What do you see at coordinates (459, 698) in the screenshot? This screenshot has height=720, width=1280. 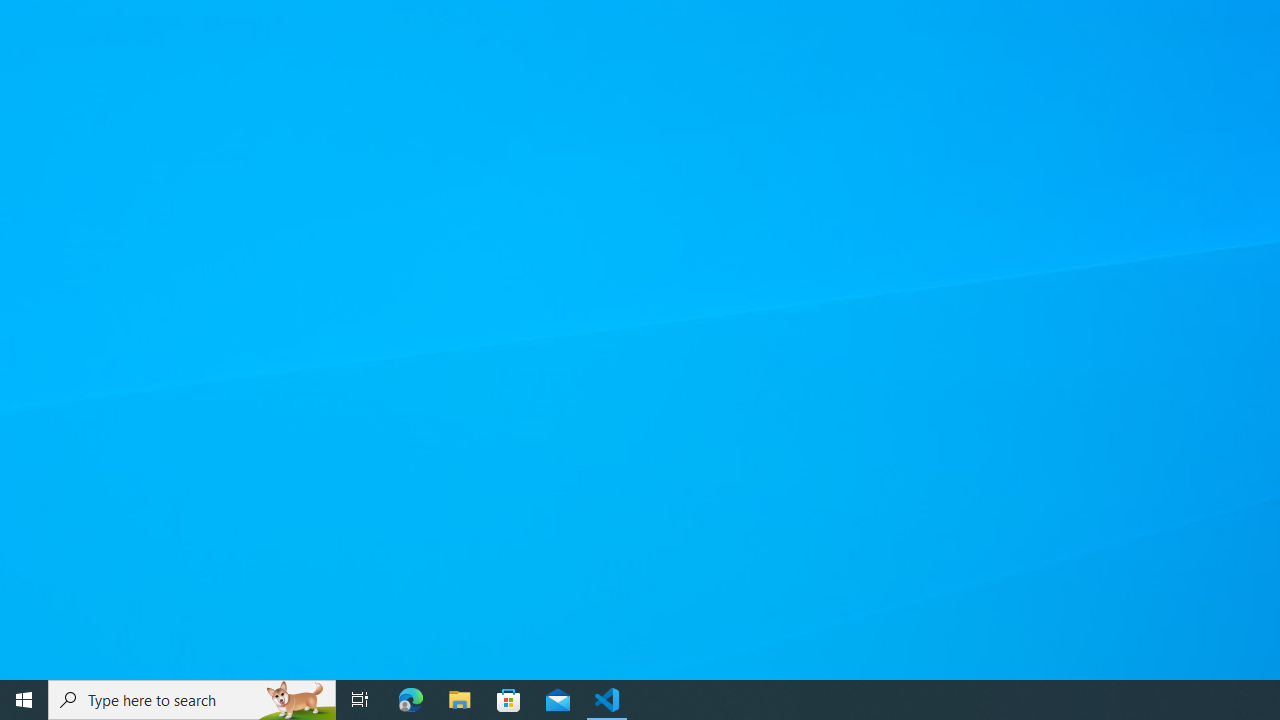 I see `'File Explorer'` at bounding box center [459, 698].